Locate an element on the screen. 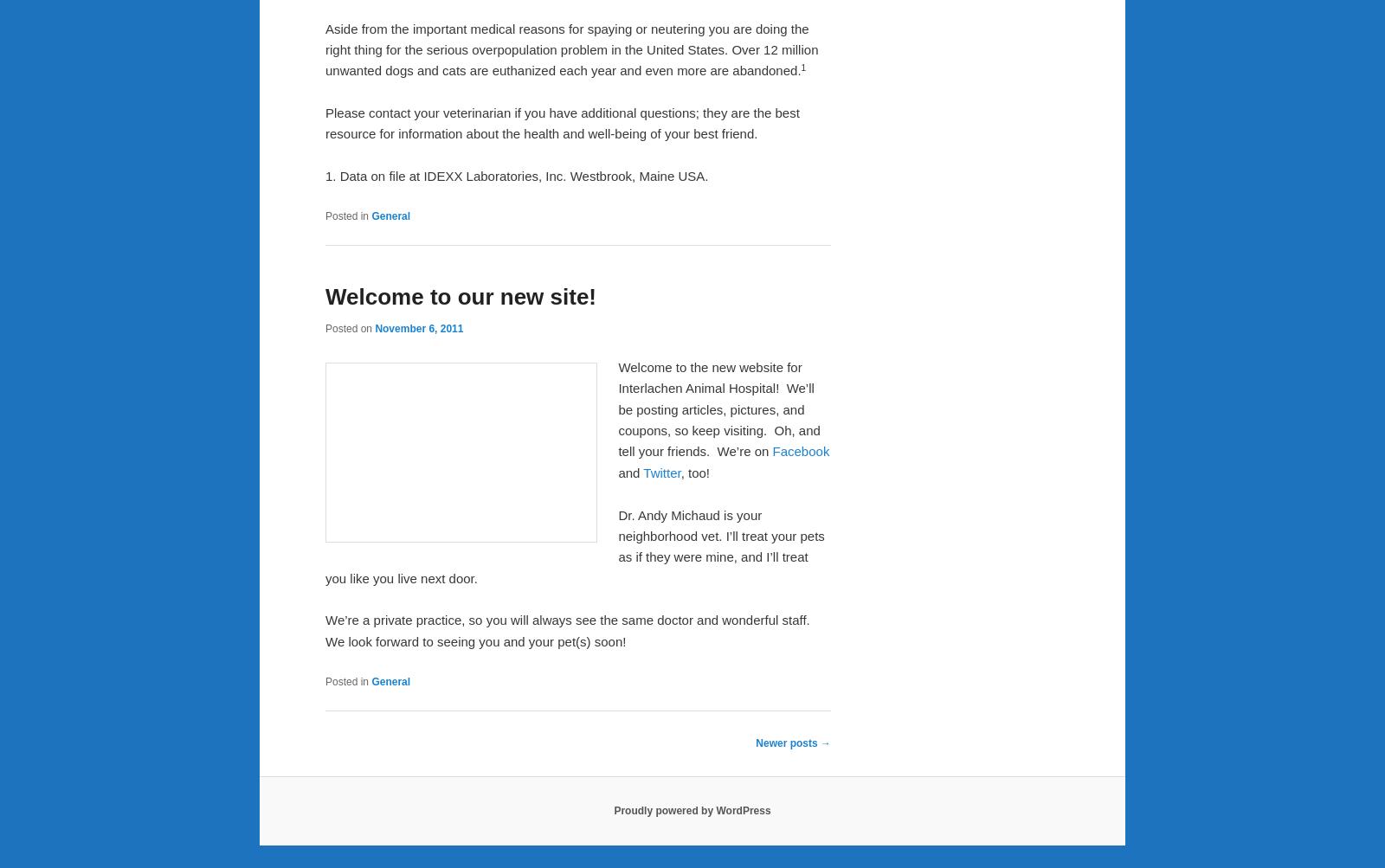 The width and height of the screenshot is (1385, 868). 'November 6, 2011' is located at coordinates (418, 327).